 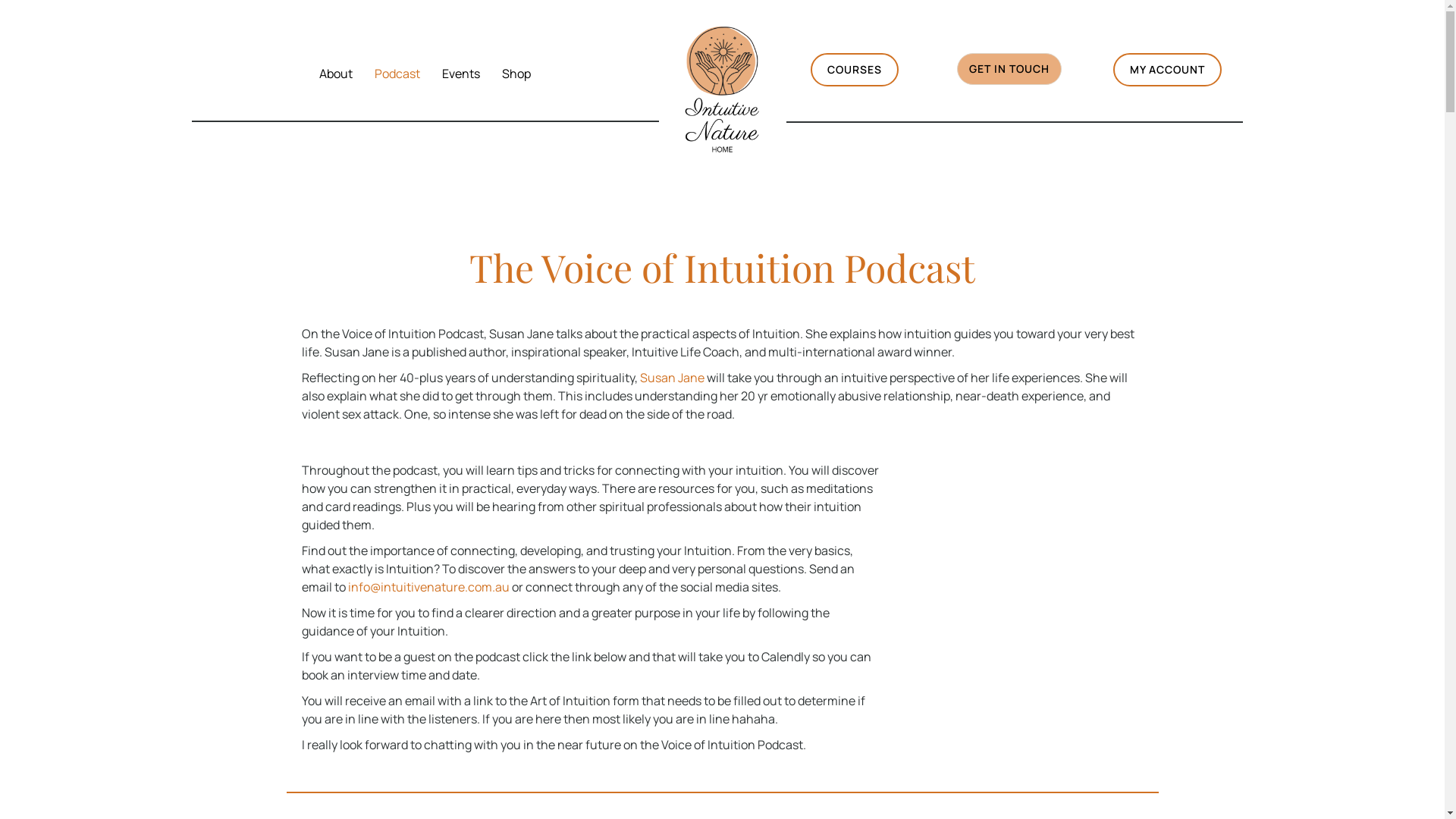 I want to click on 'Shop', so click(x=491, y=73).